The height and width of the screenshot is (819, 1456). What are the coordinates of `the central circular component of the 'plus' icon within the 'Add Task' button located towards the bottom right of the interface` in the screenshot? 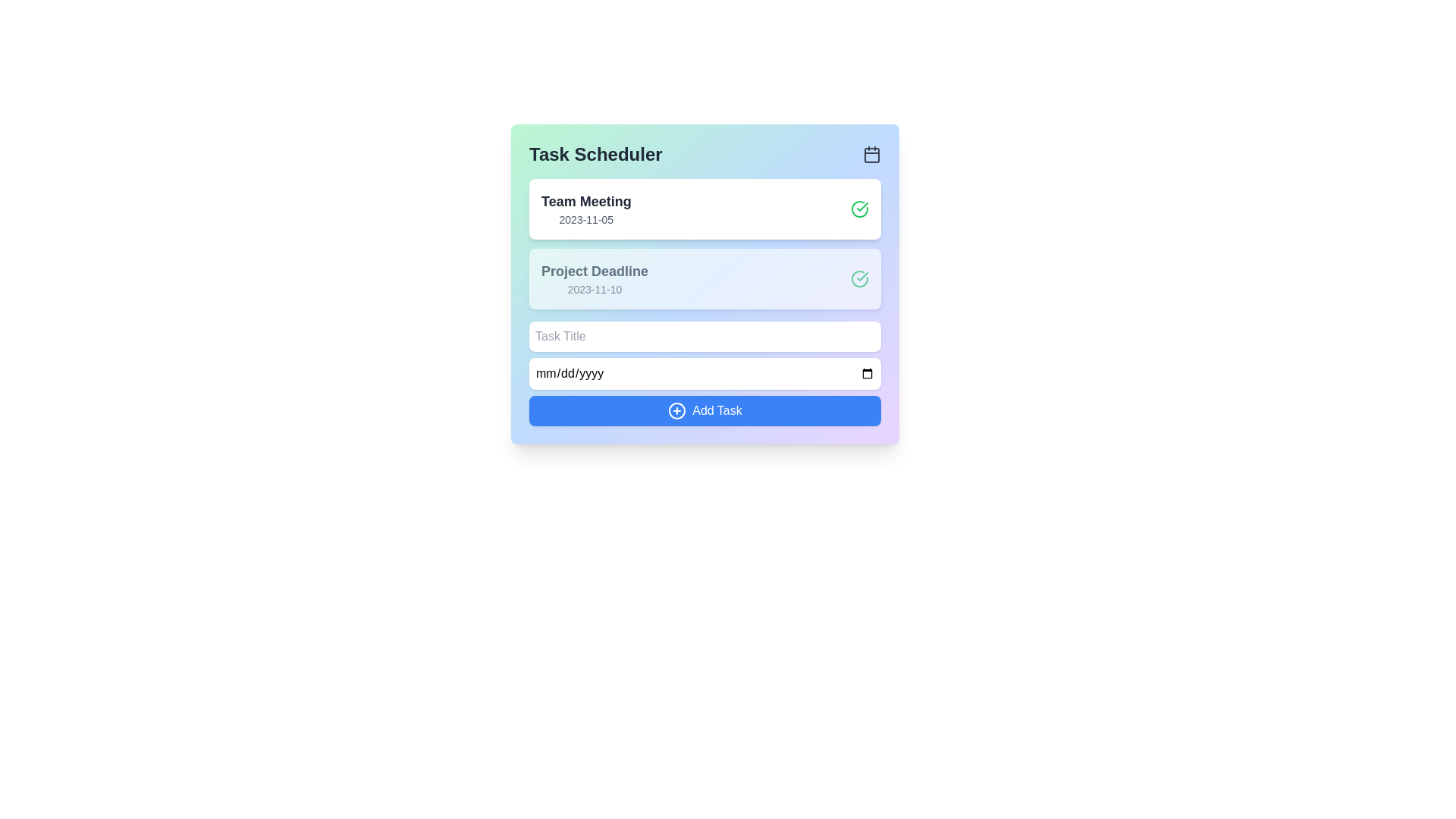 It's located at (676, 411).